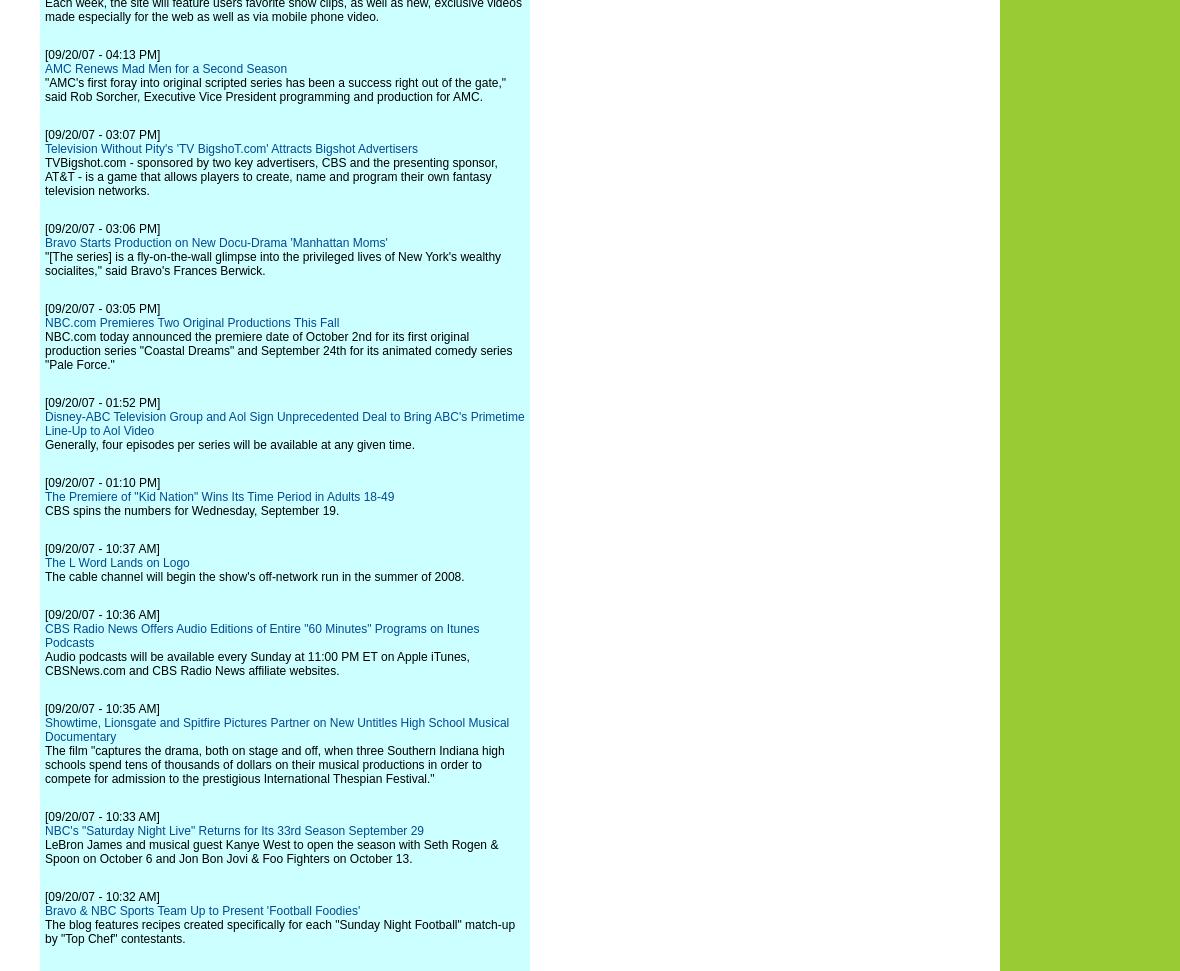 This screenshot has height=971, width=1180. Describe the element at coordinates (231, 149) in the screenshot. I see `'Television Without Pity's 'TV BigshoT.com' Attracts Bigshot Advertisers'` at that location.